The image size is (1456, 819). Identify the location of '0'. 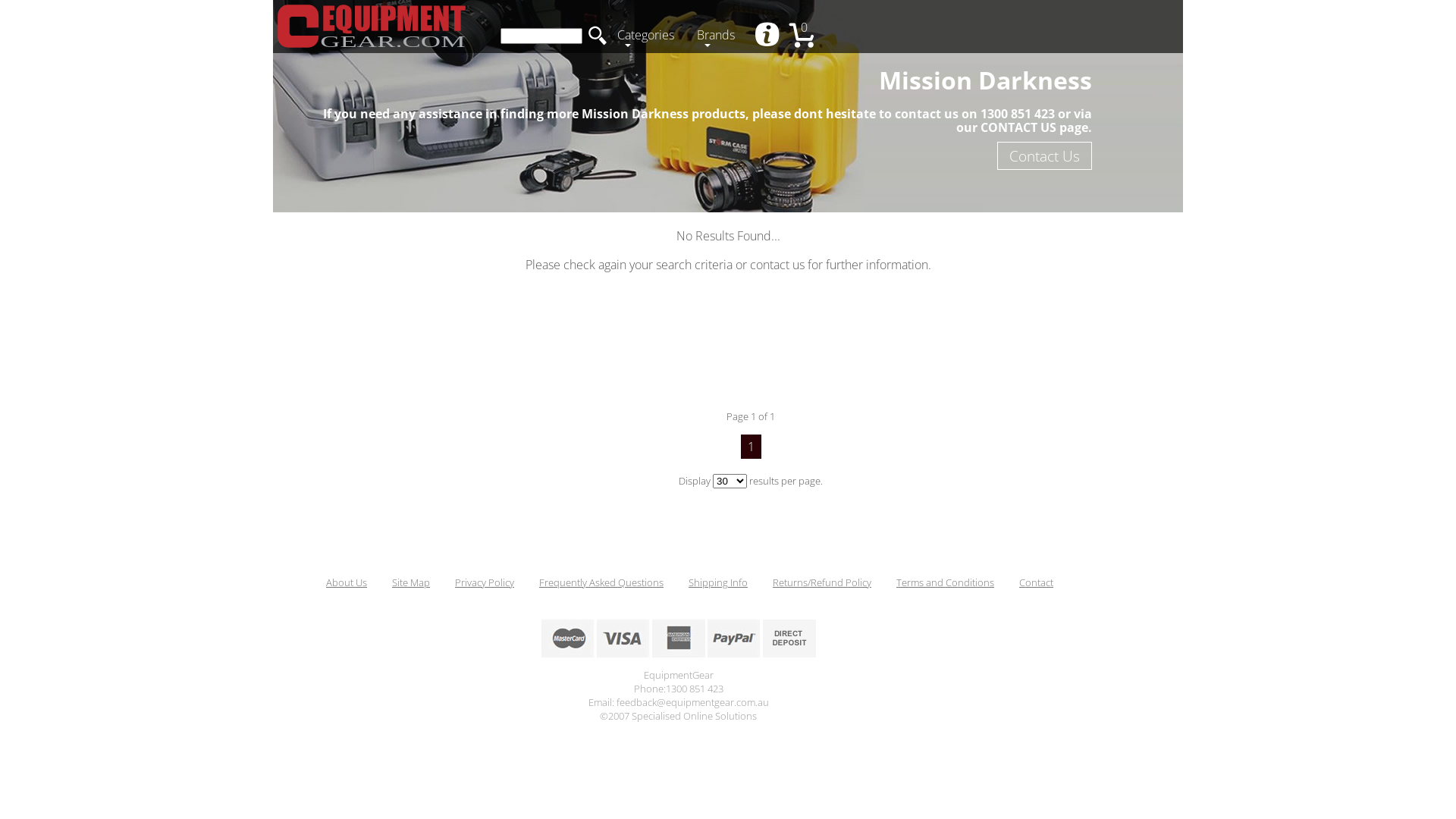
(807, 36).